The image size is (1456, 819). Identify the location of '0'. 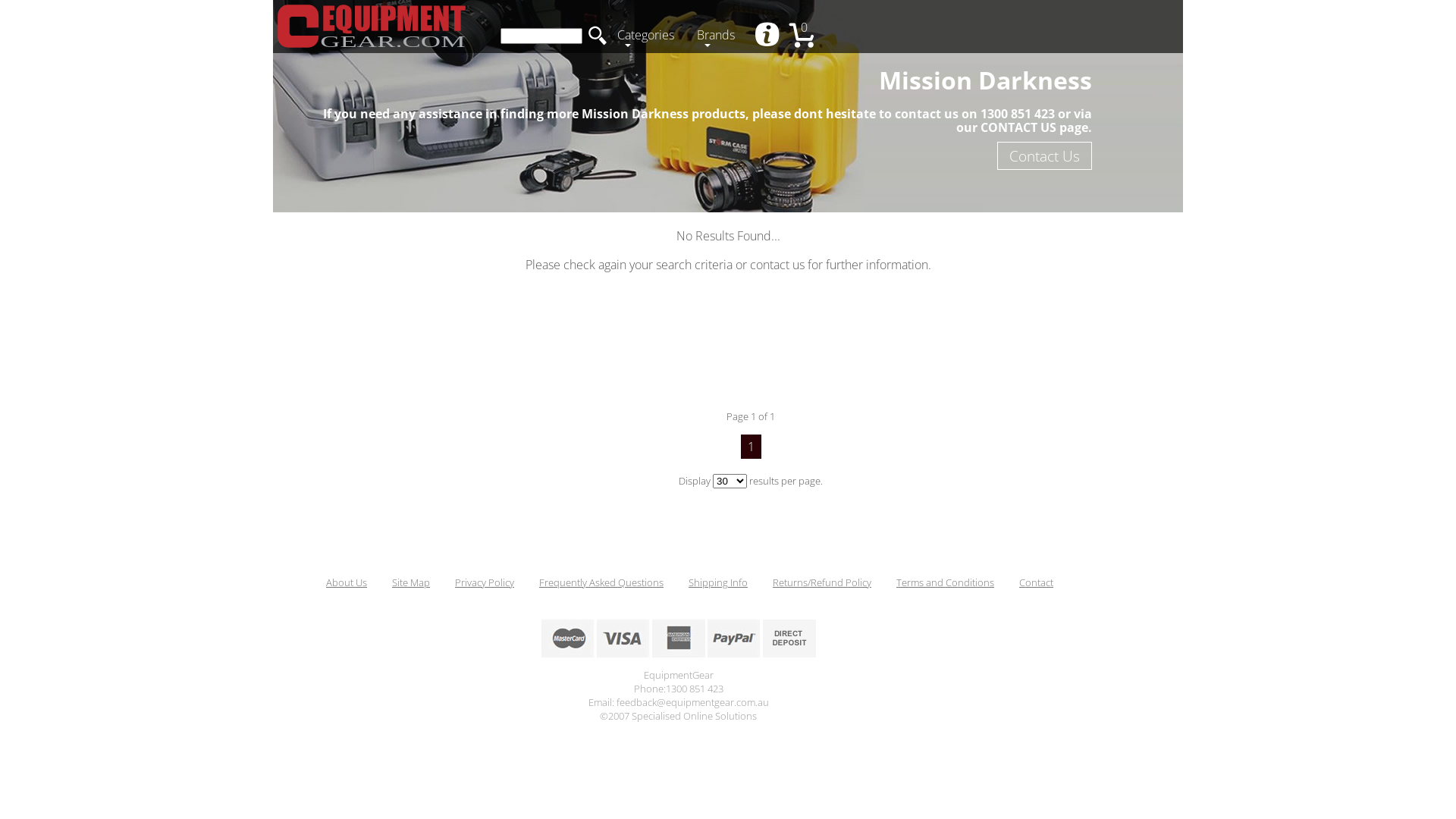
(807, 36).